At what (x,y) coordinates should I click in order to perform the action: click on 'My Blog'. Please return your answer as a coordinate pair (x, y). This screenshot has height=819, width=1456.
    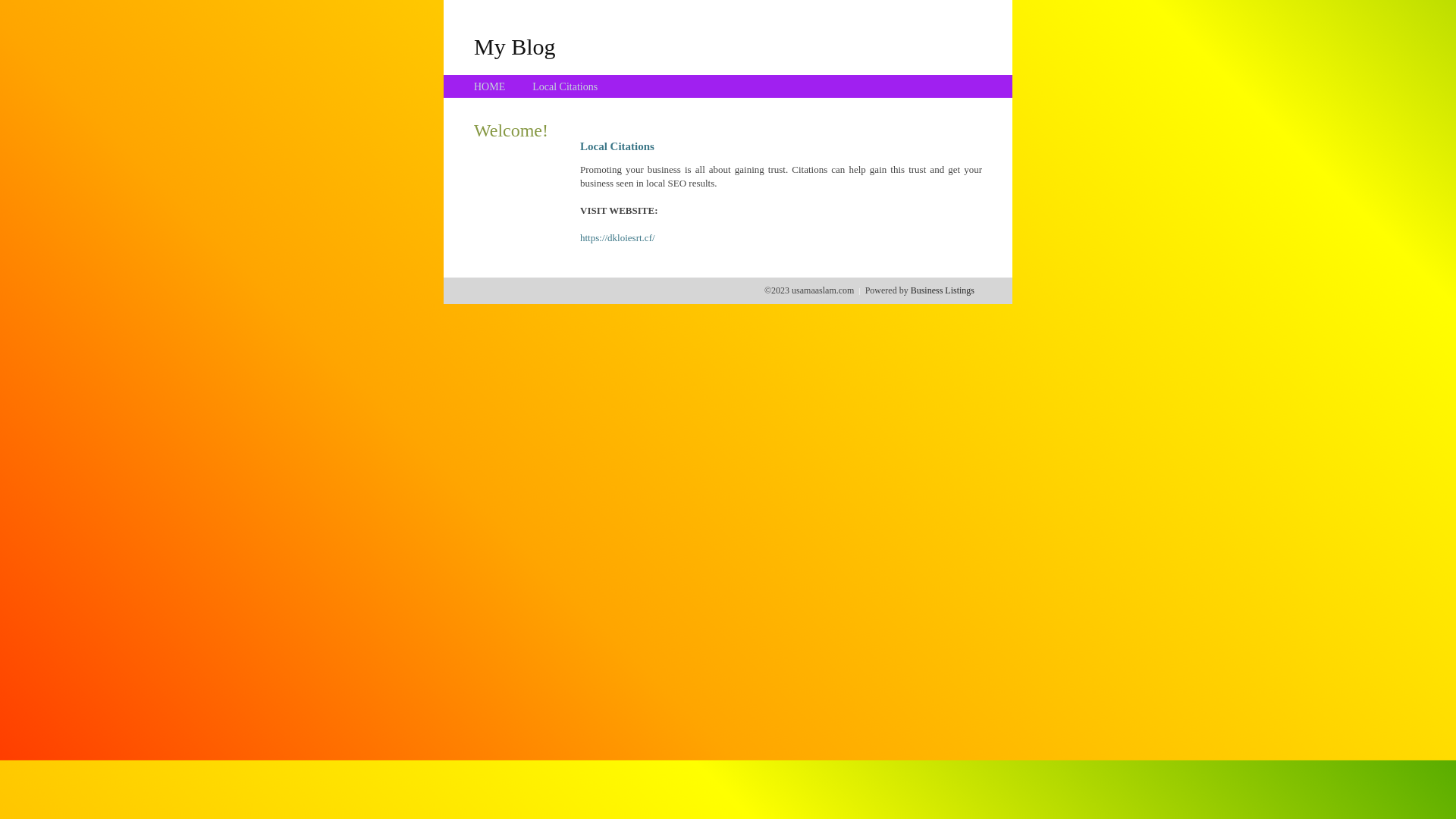
    Looking at the image, I should click on (514, 45).